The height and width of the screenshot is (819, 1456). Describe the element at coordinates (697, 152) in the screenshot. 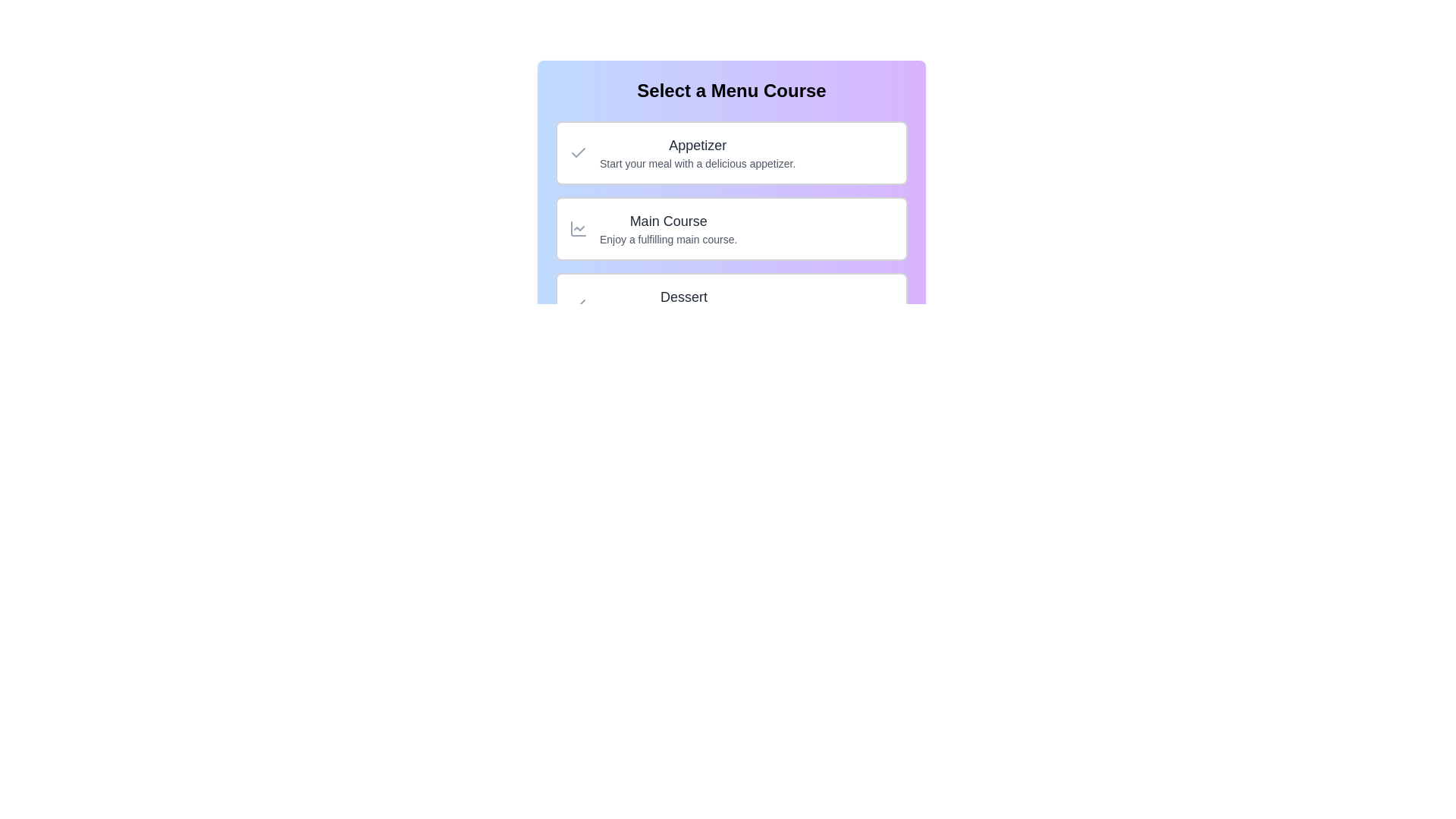

I see `text content of the 'Appetizer' menu option label located in the topmost section of the option cards` at that location.